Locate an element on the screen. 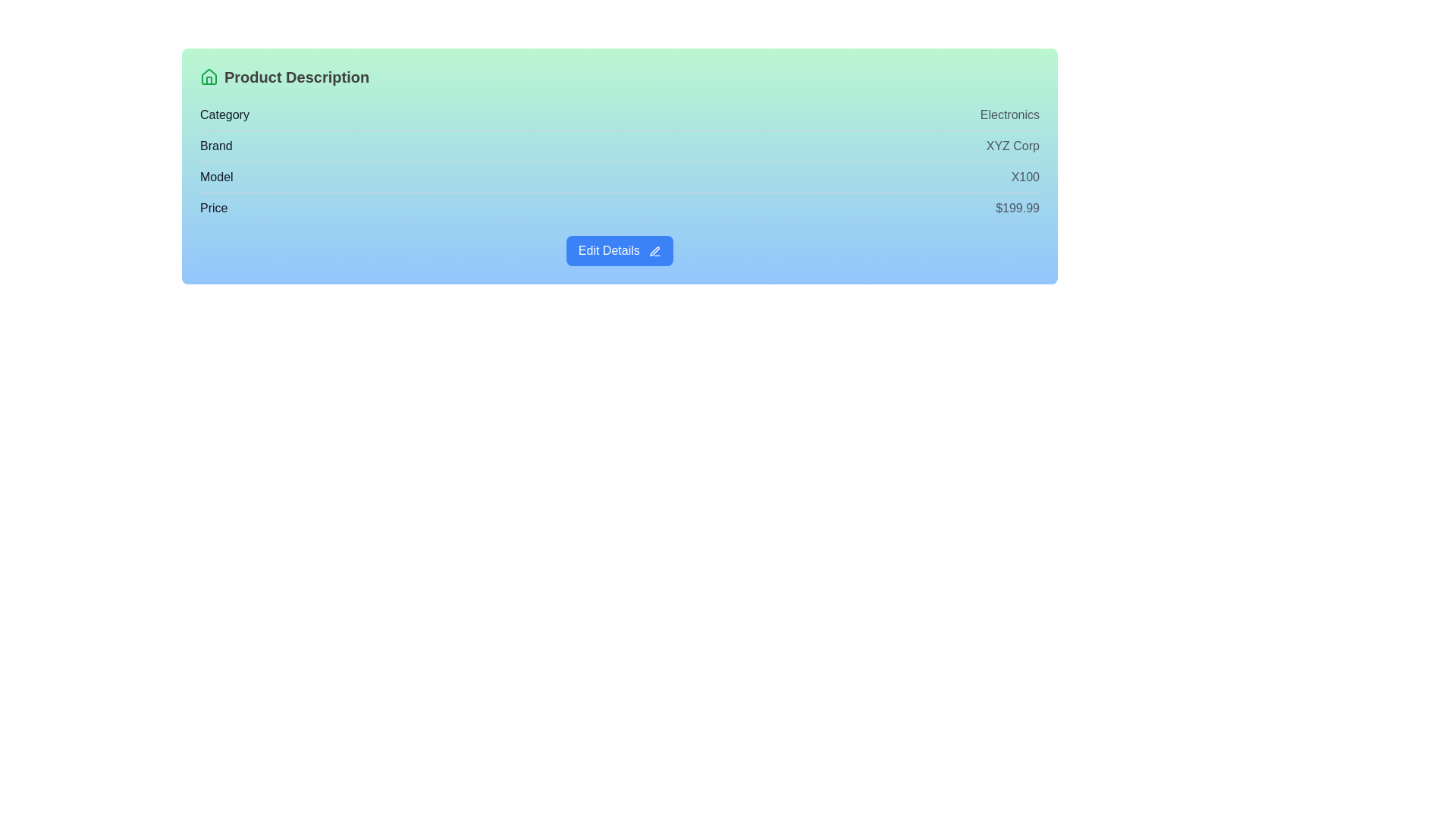 The height and width of the screenshot is (819, 1456). the 'Electronics' text label, which is styled in gray and positioned to the right of 'Category' in the product description section is located at coordinates (1009, 114).